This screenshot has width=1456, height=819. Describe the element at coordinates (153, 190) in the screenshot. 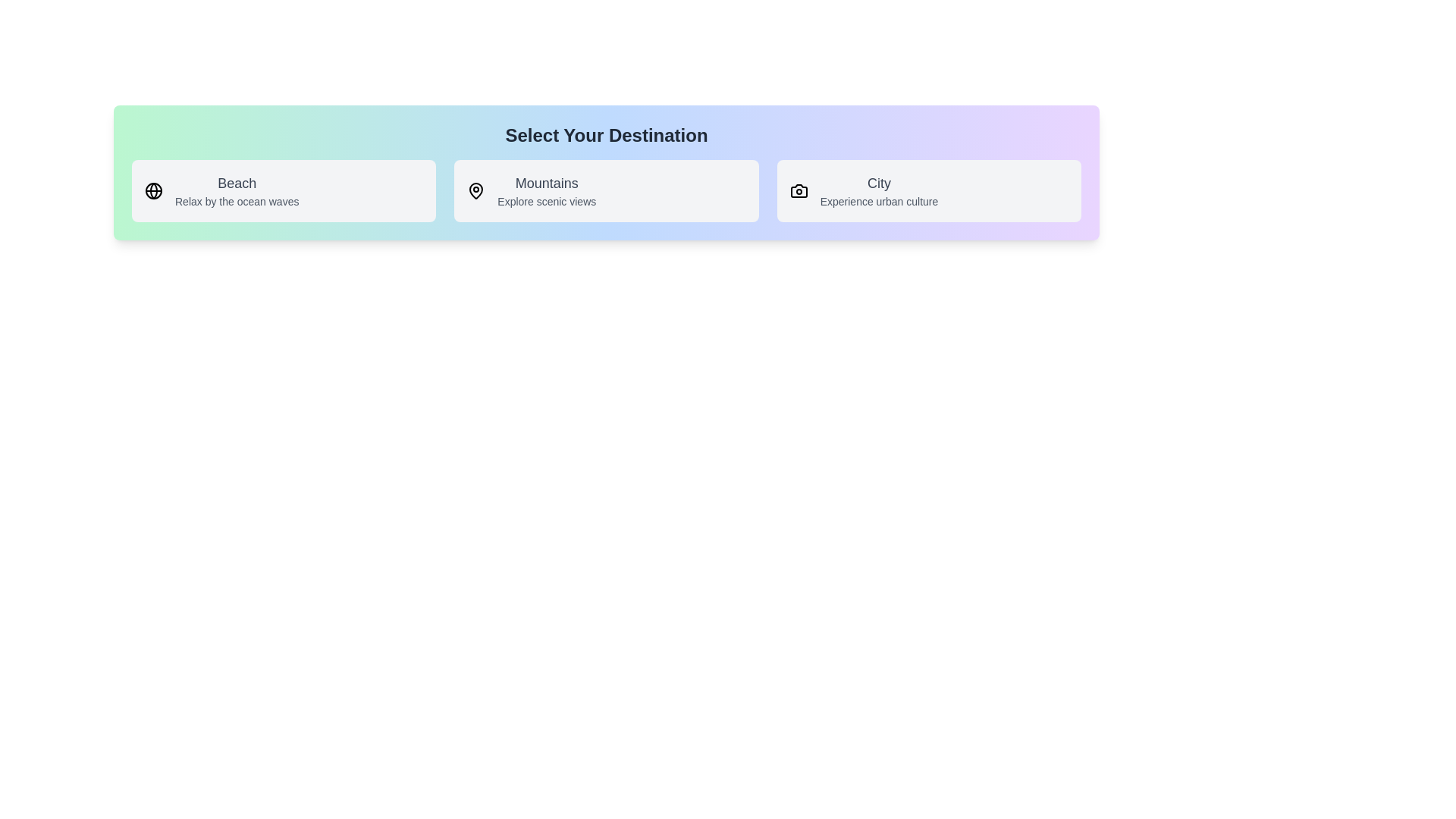

I see `the middle part of the globe icon, which is a decorative line representing an international theme in the 'Beach' destination card on the left side of the 'Select Your Destination' interface` at that location.